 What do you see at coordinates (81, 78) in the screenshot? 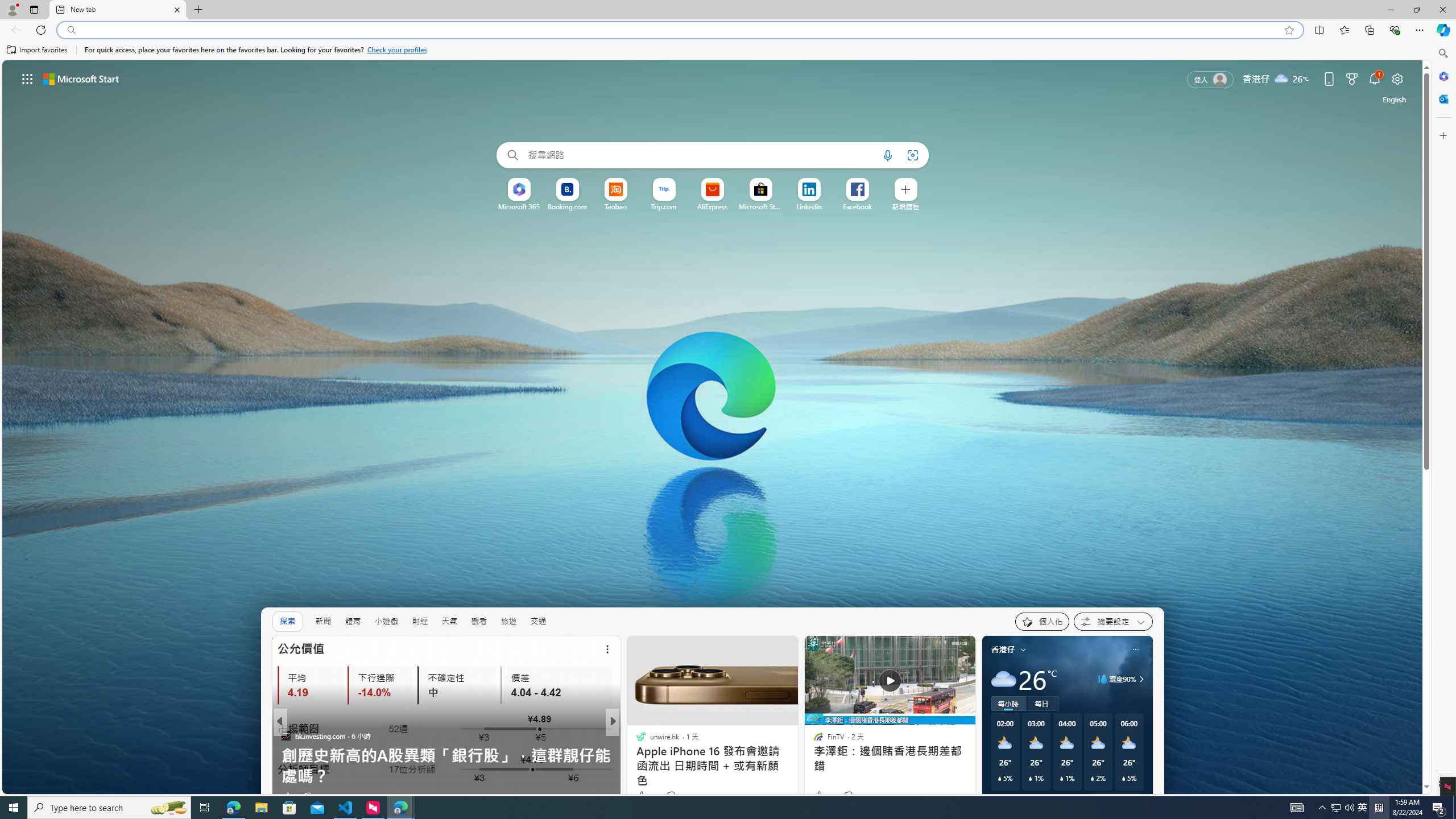
I see `'Microsoft start'` at bounding box center [81, 78].